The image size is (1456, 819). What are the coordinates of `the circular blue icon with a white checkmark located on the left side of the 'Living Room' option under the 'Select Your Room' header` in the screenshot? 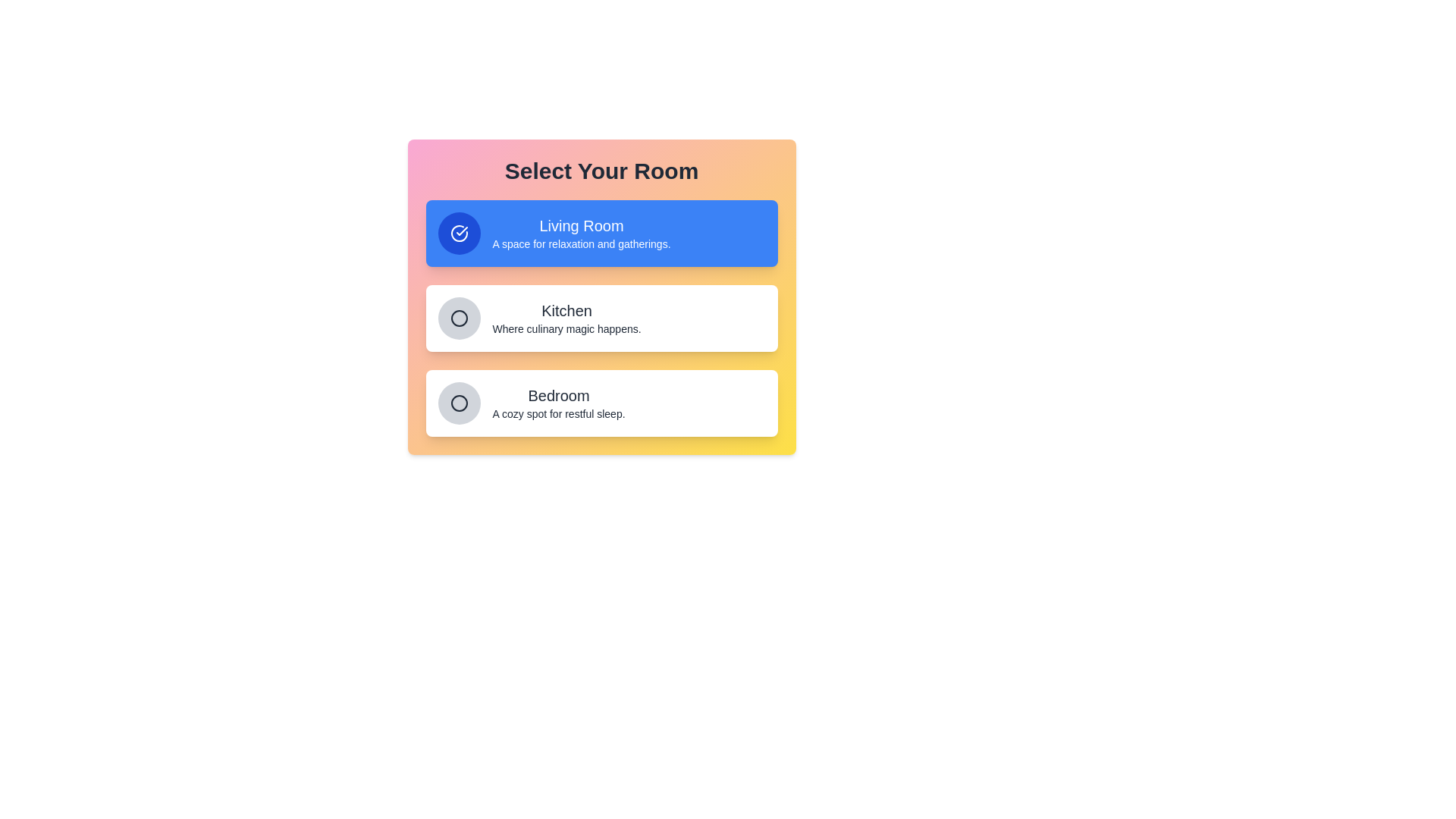 It's located at (458, 234).